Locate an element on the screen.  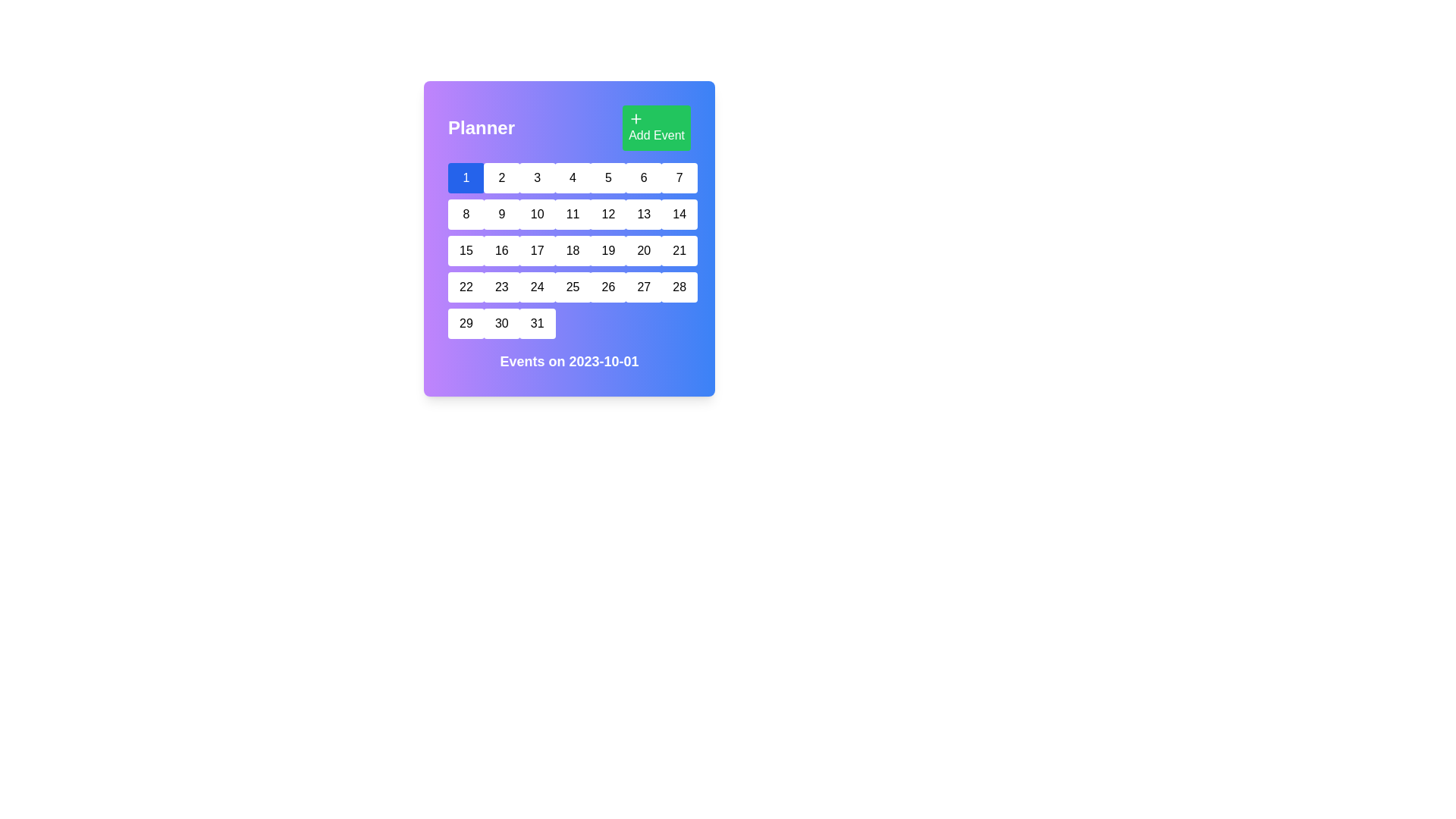
the rectangular button displaying the number '11' with a white background and black text, located in the second row and fourth column of the button grid in the planner UI is located at coordinates (572, 214).